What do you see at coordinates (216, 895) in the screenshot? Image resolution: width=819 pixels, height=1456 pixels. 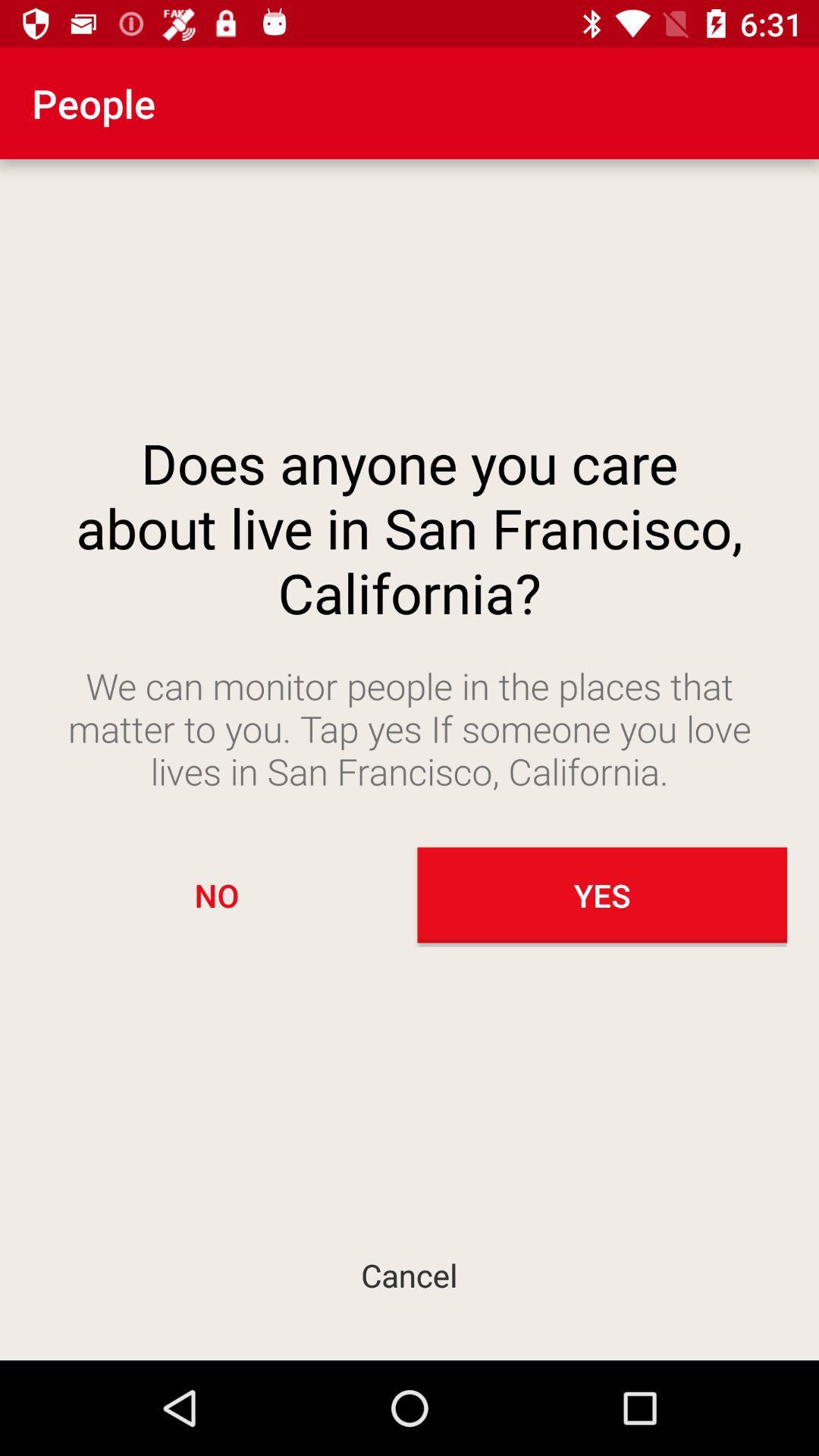 I see `item below we can monitor item` at bounding box center [216, 895].